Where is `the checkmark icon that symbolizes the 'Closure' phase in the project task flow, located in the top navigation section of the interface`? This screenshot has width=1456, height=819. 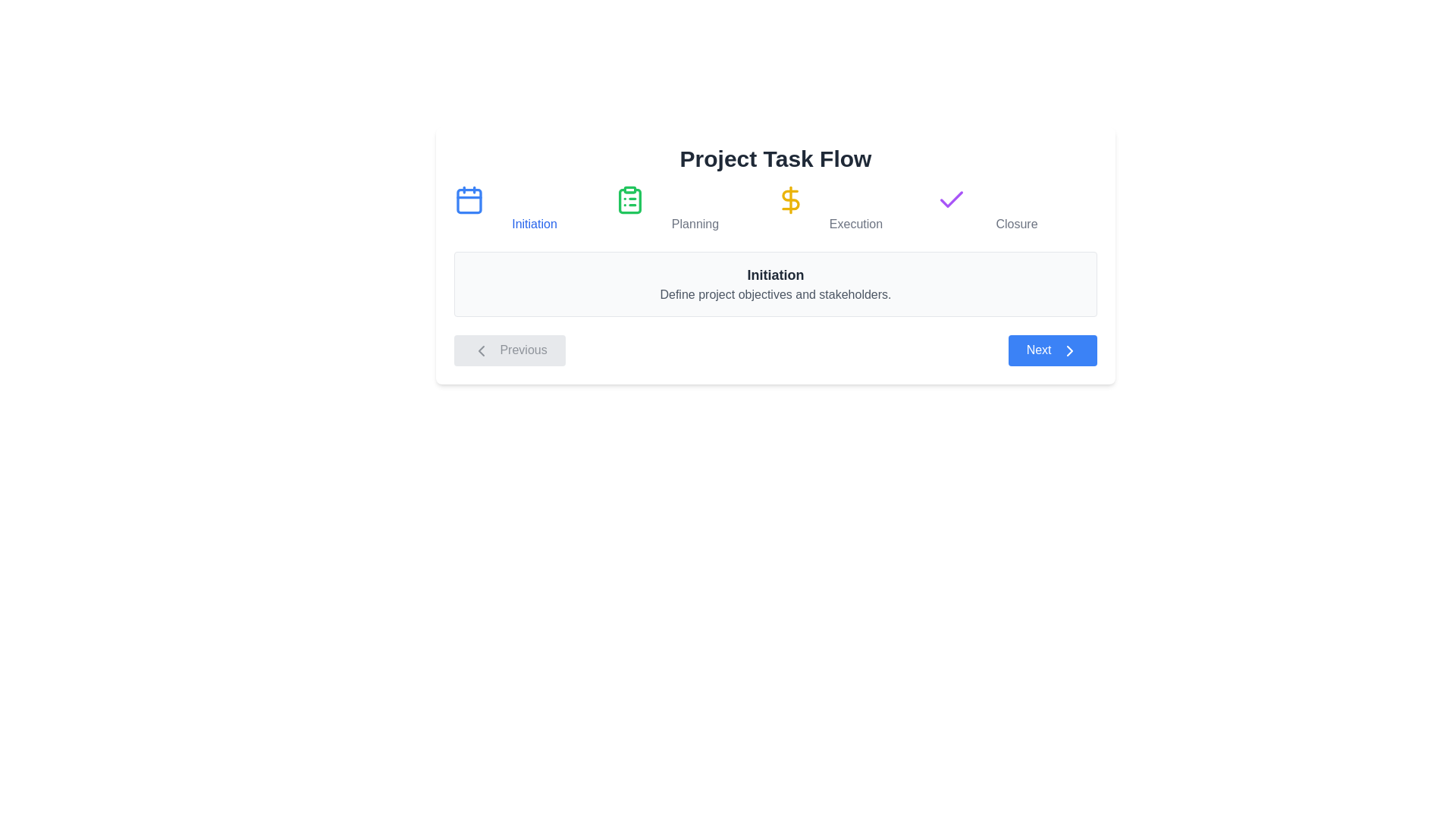 the checkmark icon that symbolizes the 'Closure' phase in the project task flow, located in the top navigation section of the interface is located at coordinates (950, 198).